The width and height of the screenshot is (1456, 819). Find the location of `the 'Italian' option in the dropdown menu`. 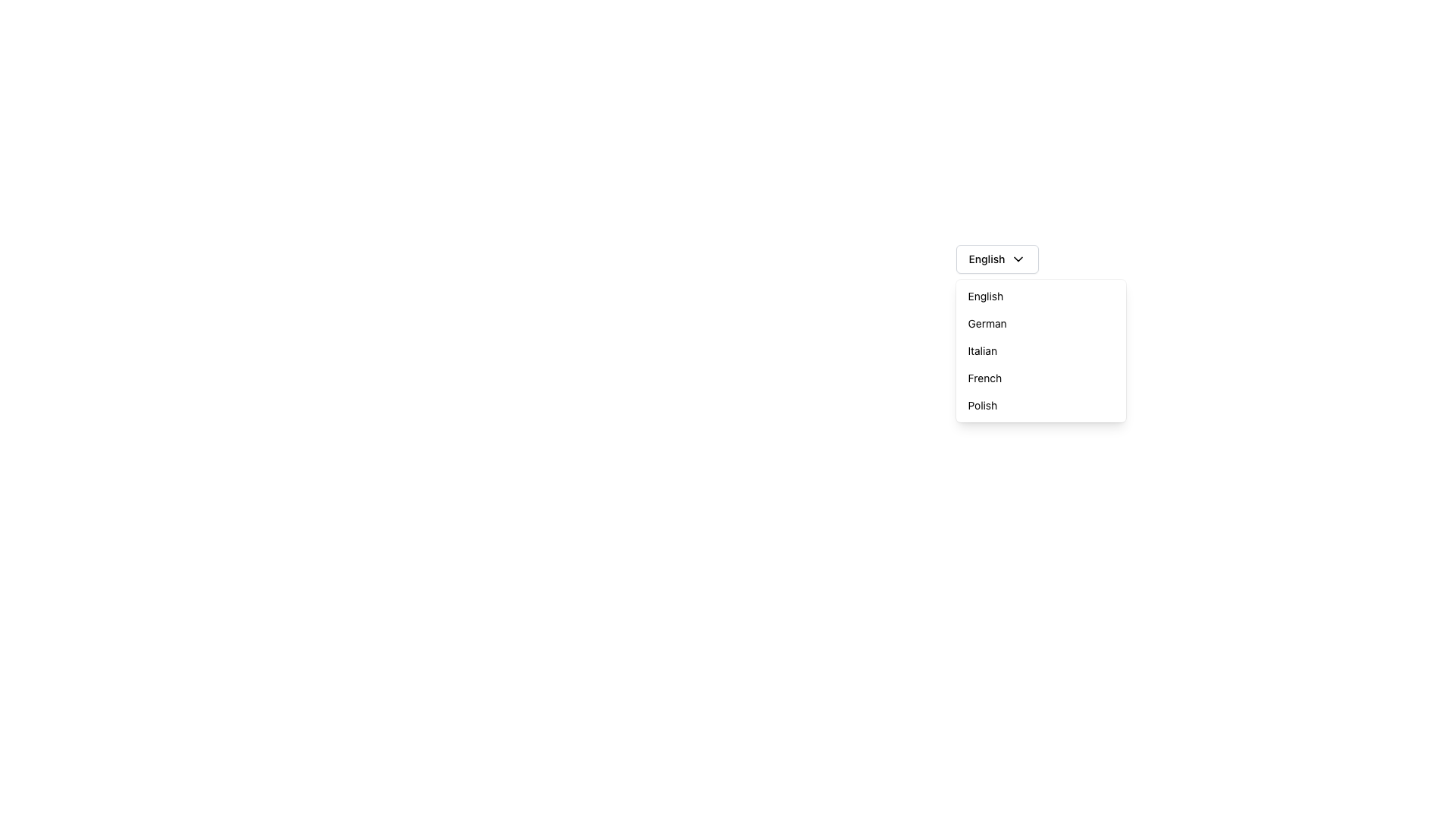

the 'Italian' option in the dropdown menu is located at coordinates (1040, 350).